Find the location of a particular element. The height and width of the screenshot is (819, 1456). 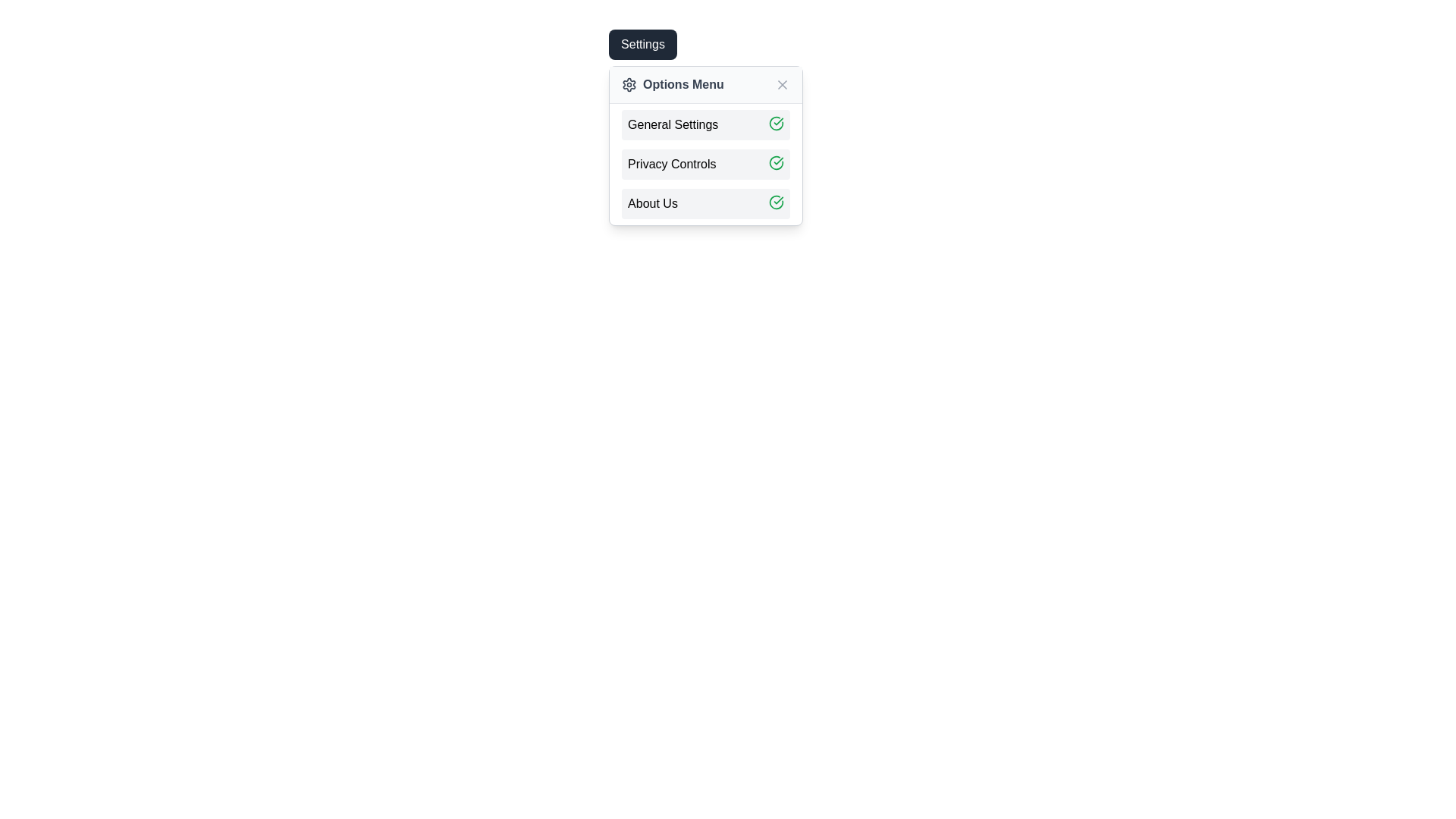

the non-interactive title or header text element at the top of the 'Settings' popup menu is located at coordinates (672, 84).